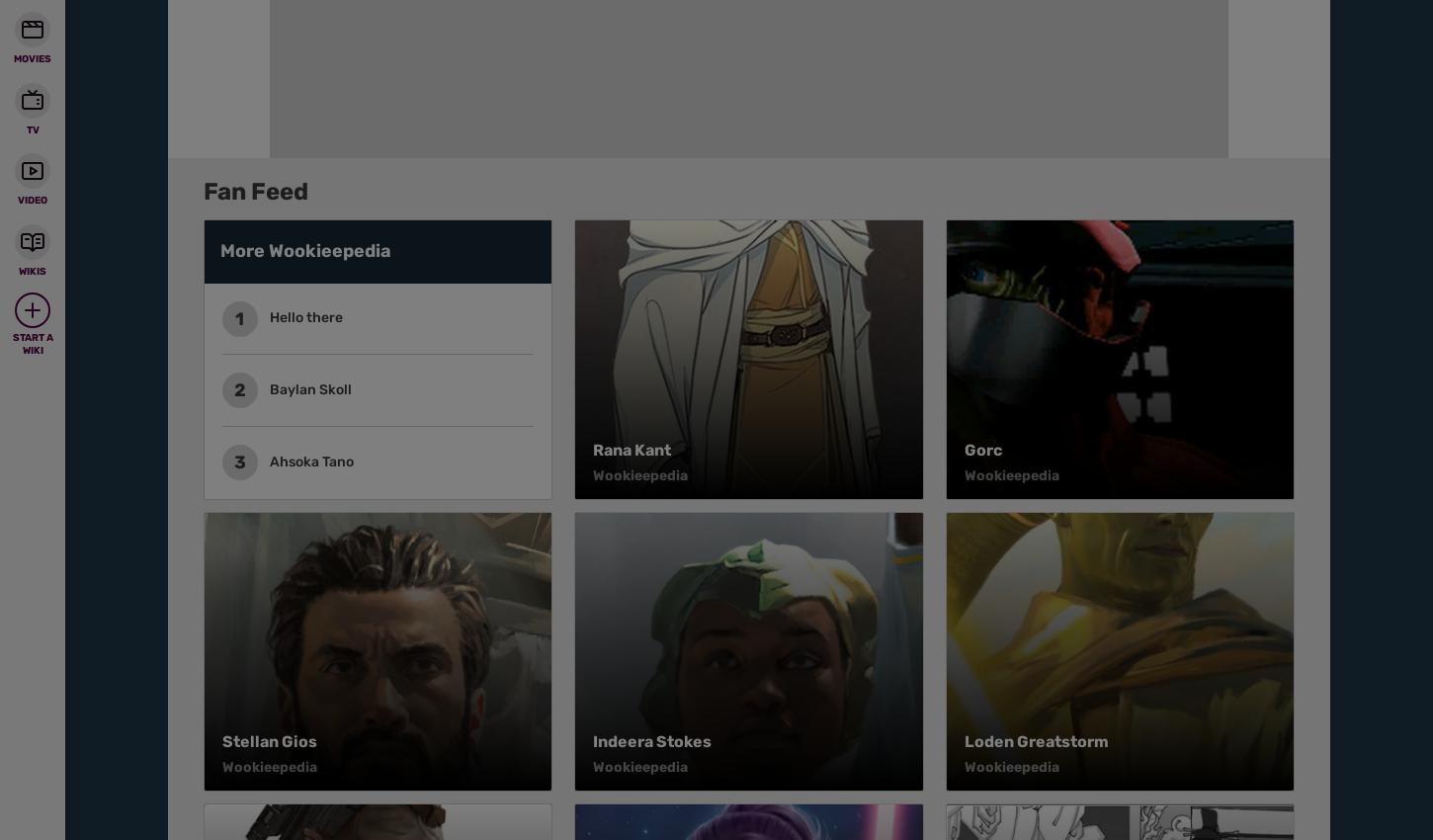 Image resolution: width=1433 pixels, height=840 pixels. What do you see at coordinates (784, 14) in the screenshot?
I see `'Support'` at bounding box center [784, 14].